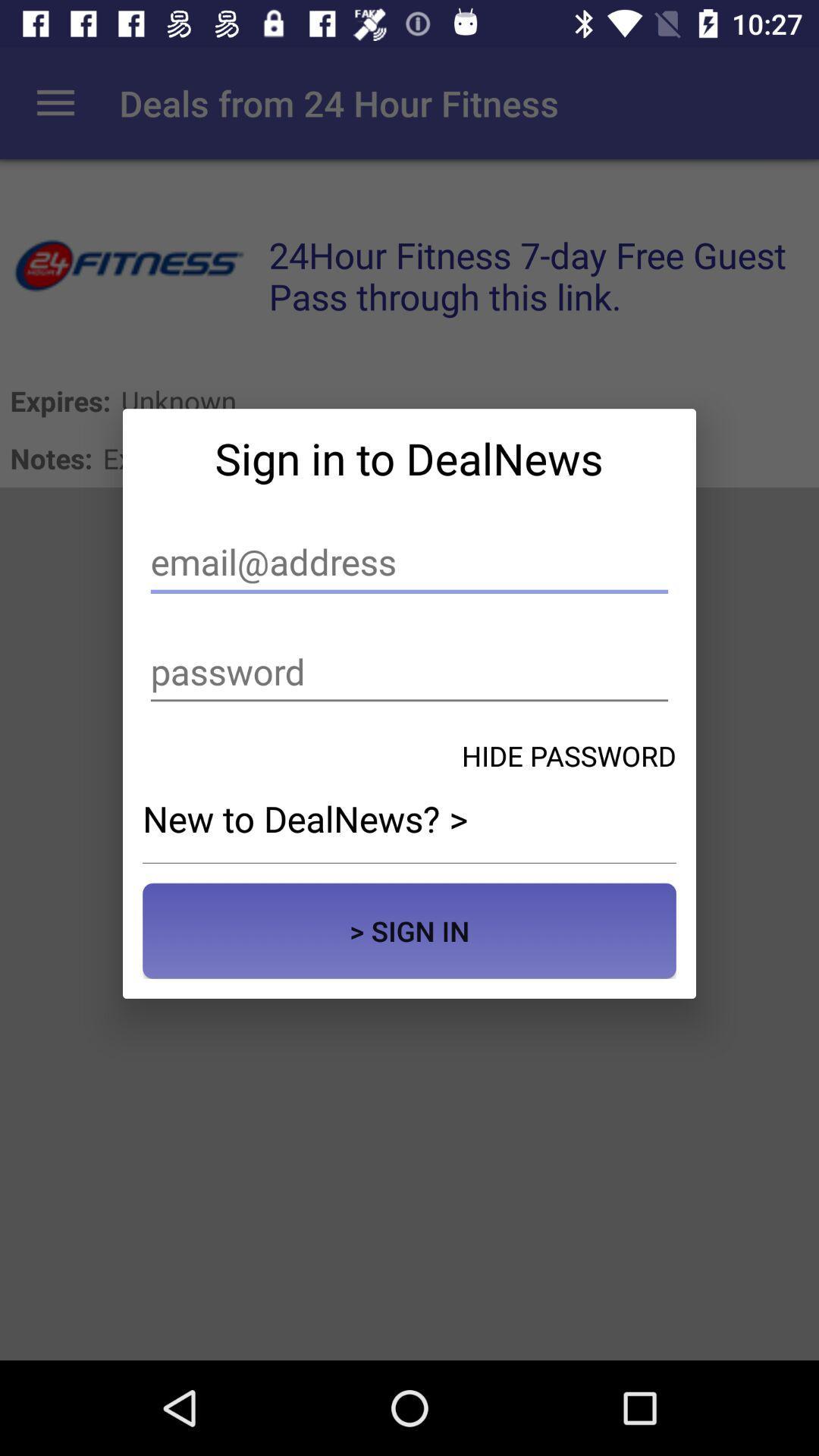 This screenshot has width=819, height=1456. I want to click on item above hide password item, so click(409, 671).